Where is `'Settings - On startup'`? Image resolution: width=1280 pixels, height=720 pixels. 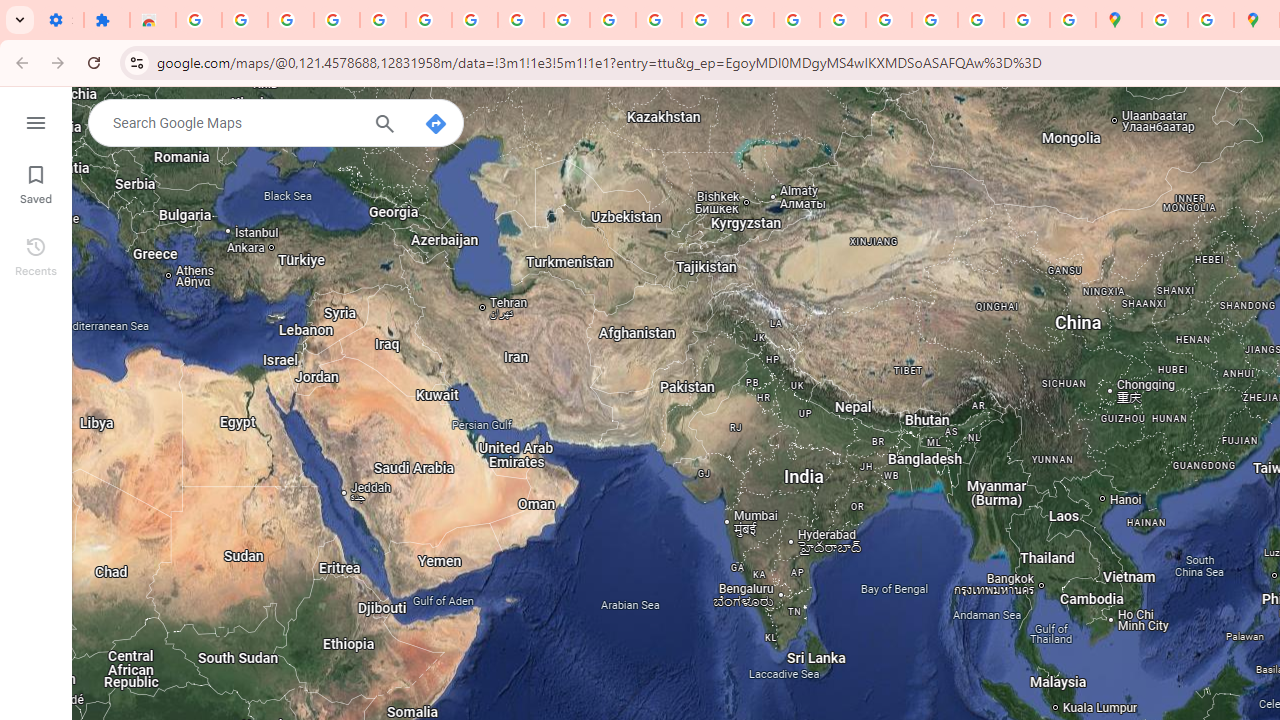
'Settings - On startup' is located at coordinates (60, 20).